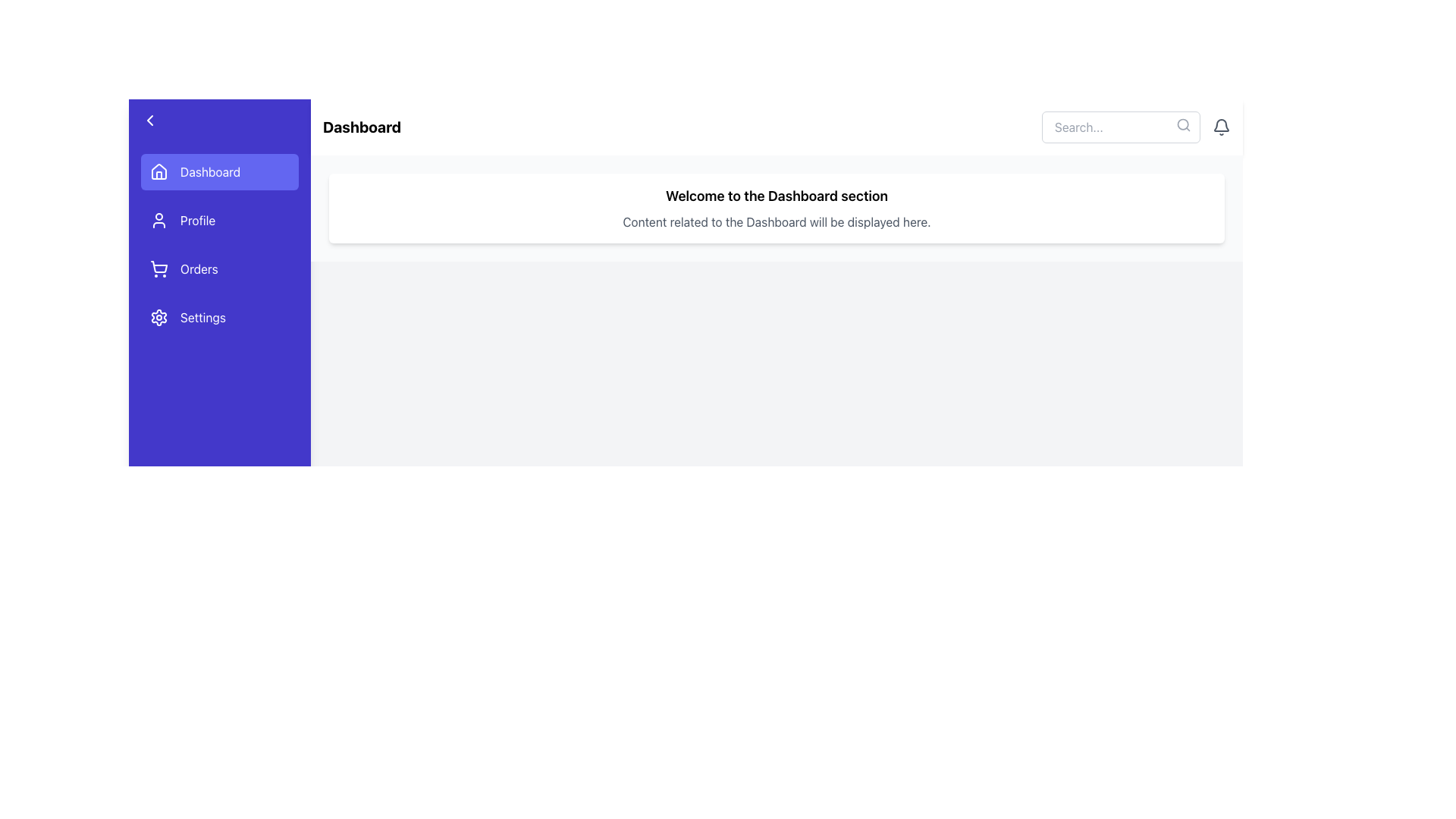 The width and height of the screenshot is (1456, 819). What do you see at coordinates (218, 244) in the screenshot?
I see `the 'Orders' navigation link in the vertical menu located on the left sidebar` at bounding box center [218, 244].